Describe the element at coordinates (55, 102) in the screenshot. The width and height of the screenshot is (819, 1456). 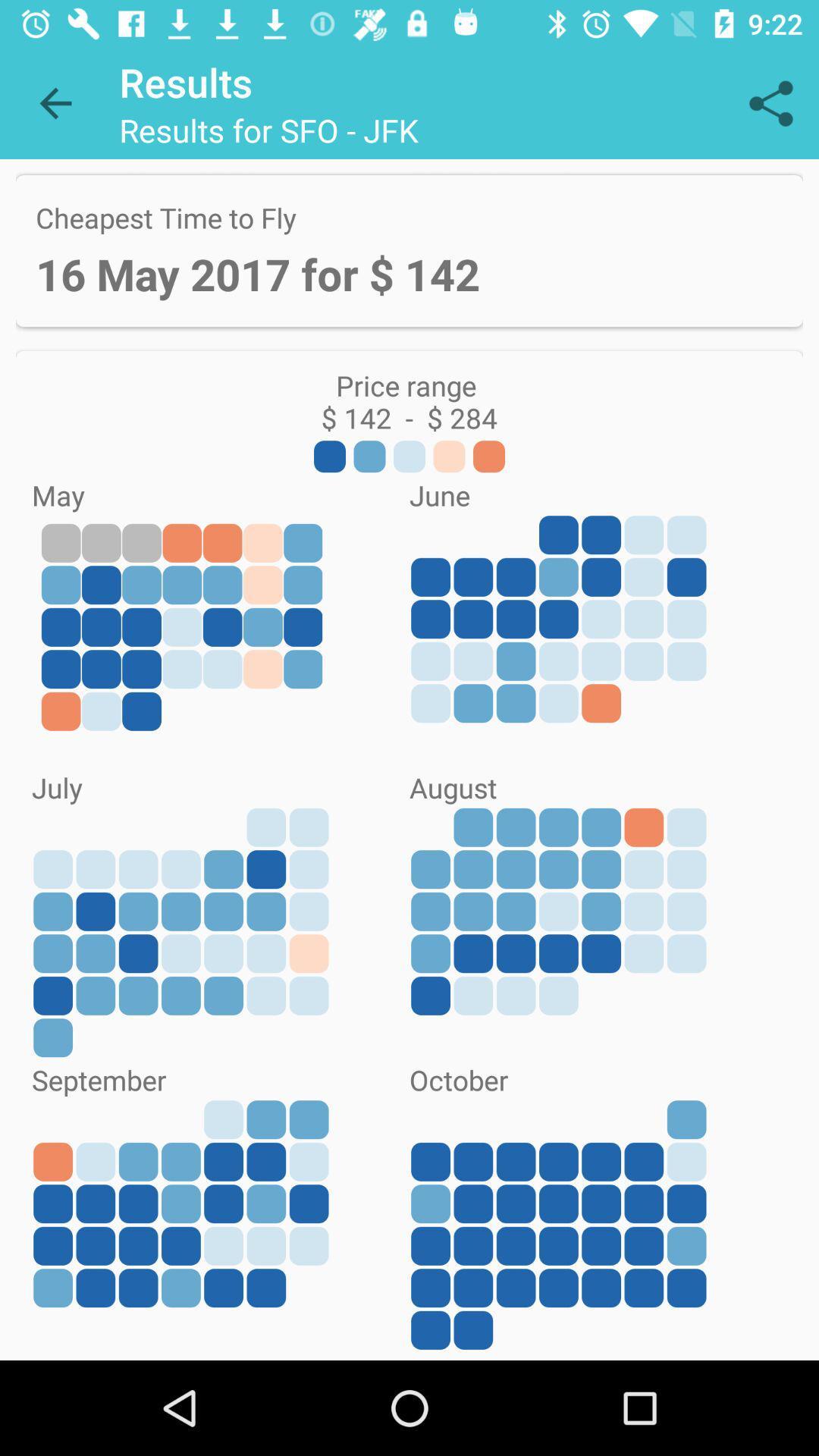
I see `the app above the cheapest time to` at that location.